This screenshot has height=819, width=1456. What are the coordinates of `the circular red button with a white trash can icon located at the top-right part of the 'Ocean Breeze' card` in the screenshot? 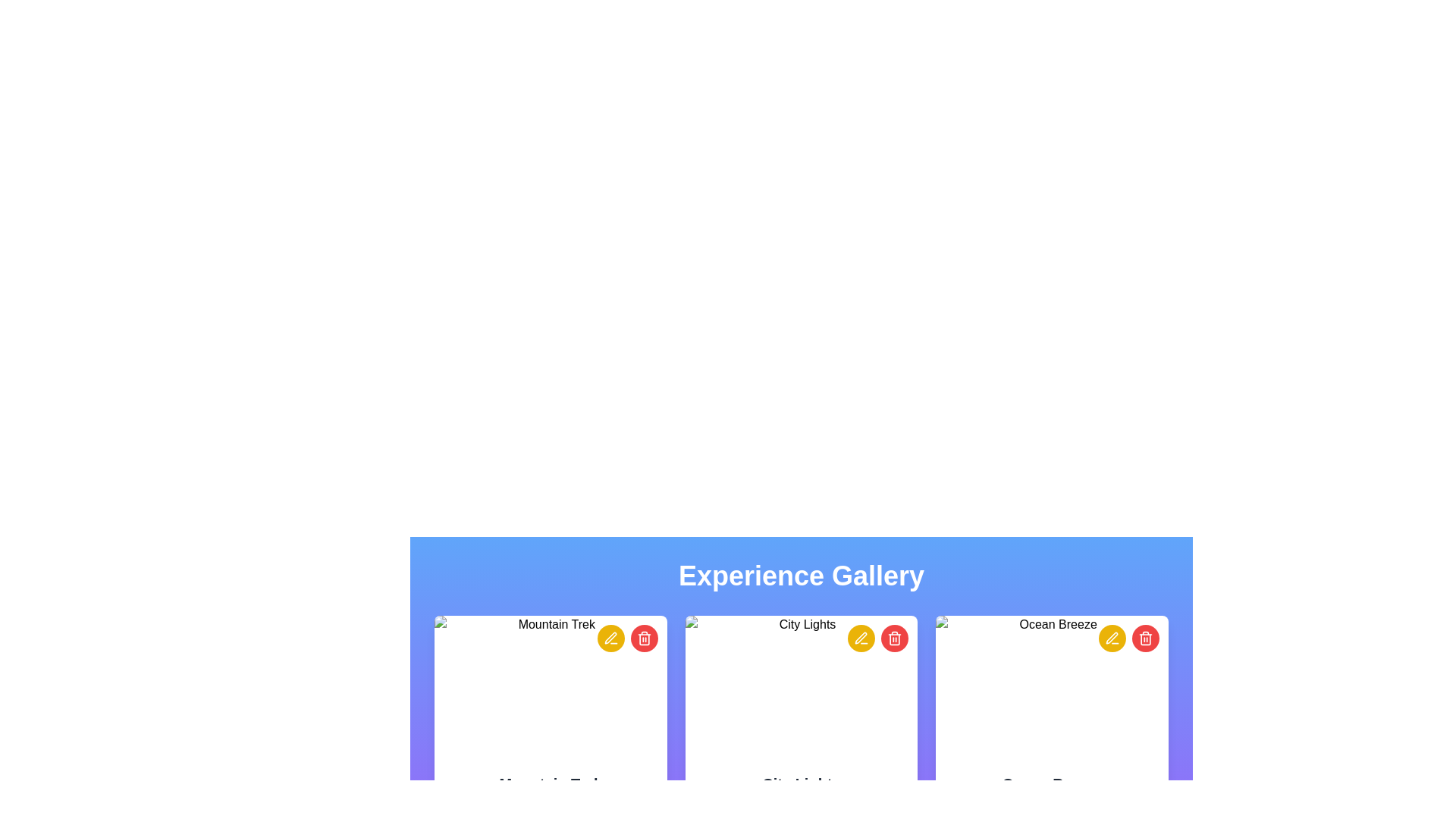 It's located at (1146, 638).